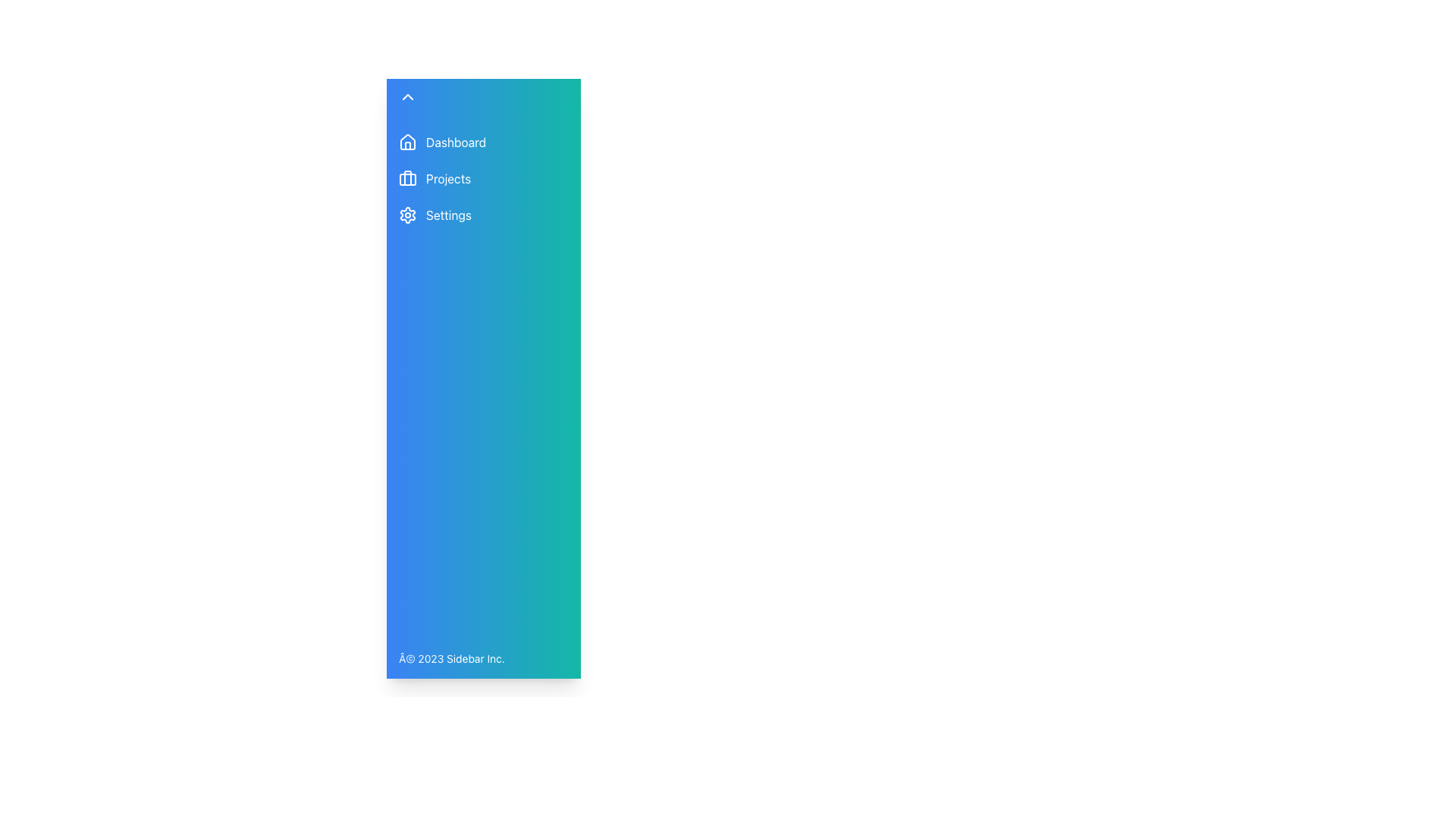  Describe the element at coordinates (407, 143) in the screenshot. I see `the house icon with a blue outline and white fill located next to the 'Dashboard' text in the topmost entry of the side menu` at that location.